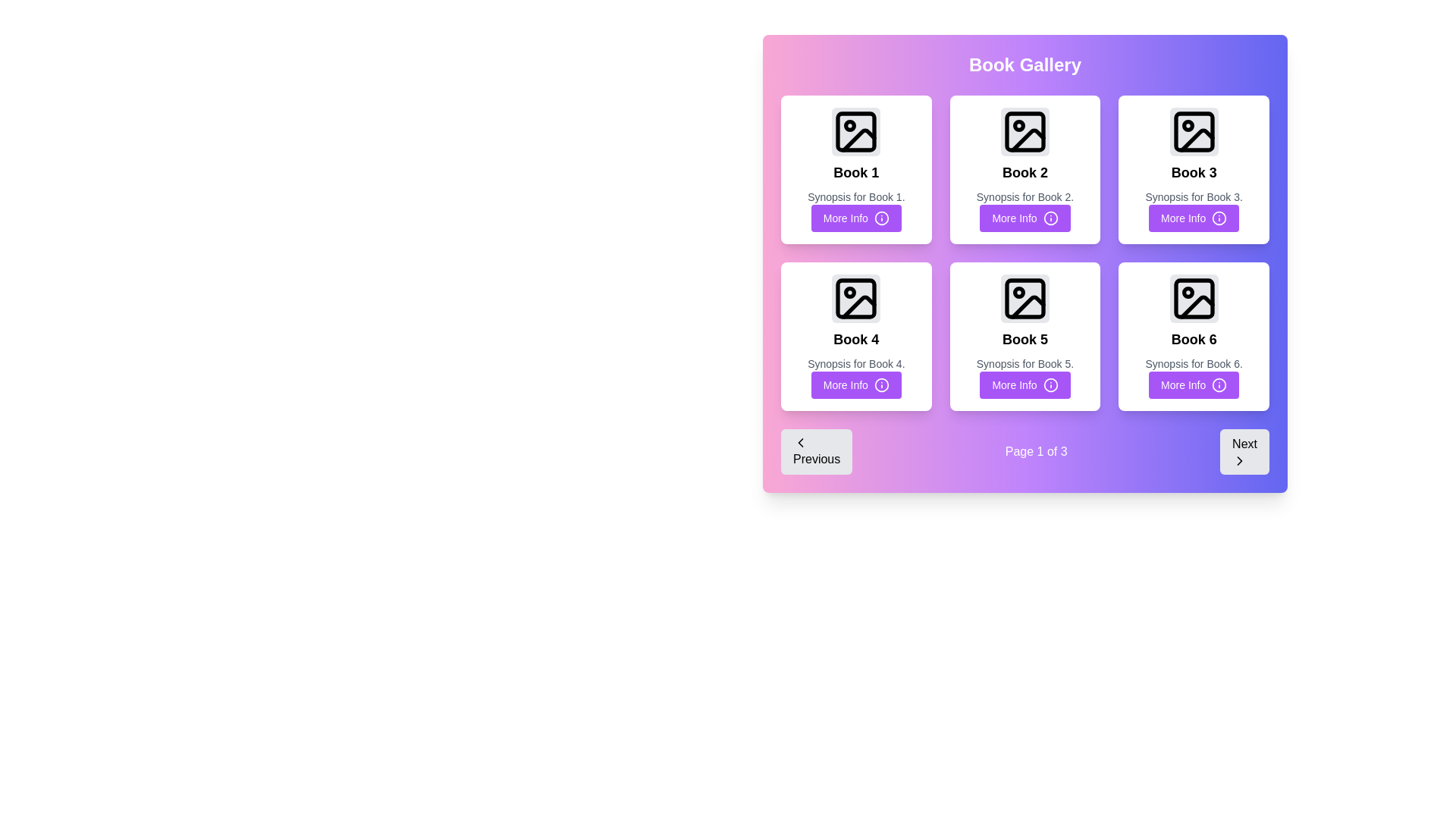  Describe the element at coordinates (1025, 196) in the screenshot. I see `the Text label that provides a brief synopsis or description of the associated book 'Book 2', located directly below the title text 'Book 2' and above the 'More Info' button in the second column of the first row, within the section labeled 'Book Gallery'` at that location.